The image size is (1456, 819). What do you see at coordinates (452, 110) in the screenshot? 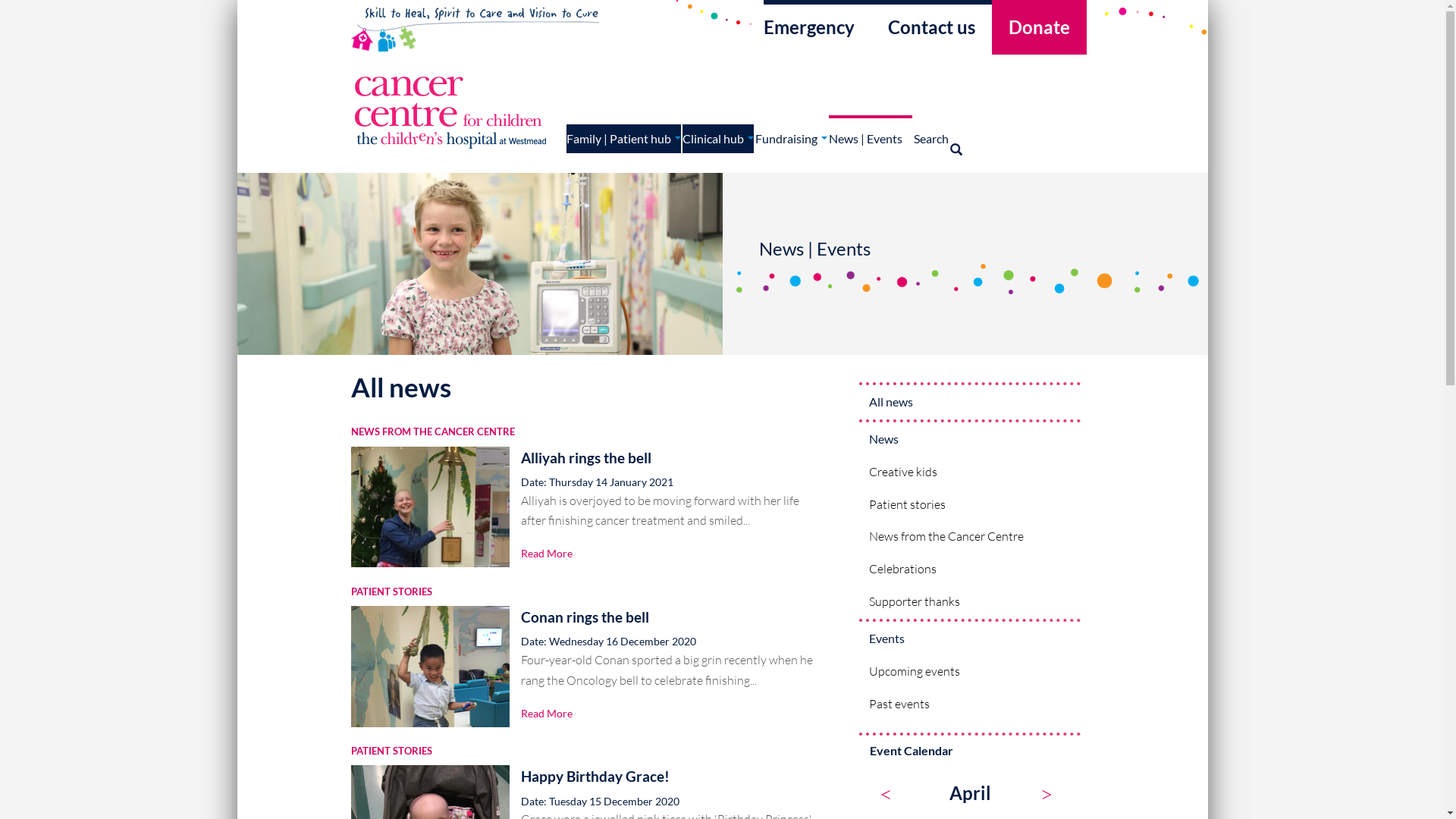
I see `'Home'` at bounding box center [452, 110].